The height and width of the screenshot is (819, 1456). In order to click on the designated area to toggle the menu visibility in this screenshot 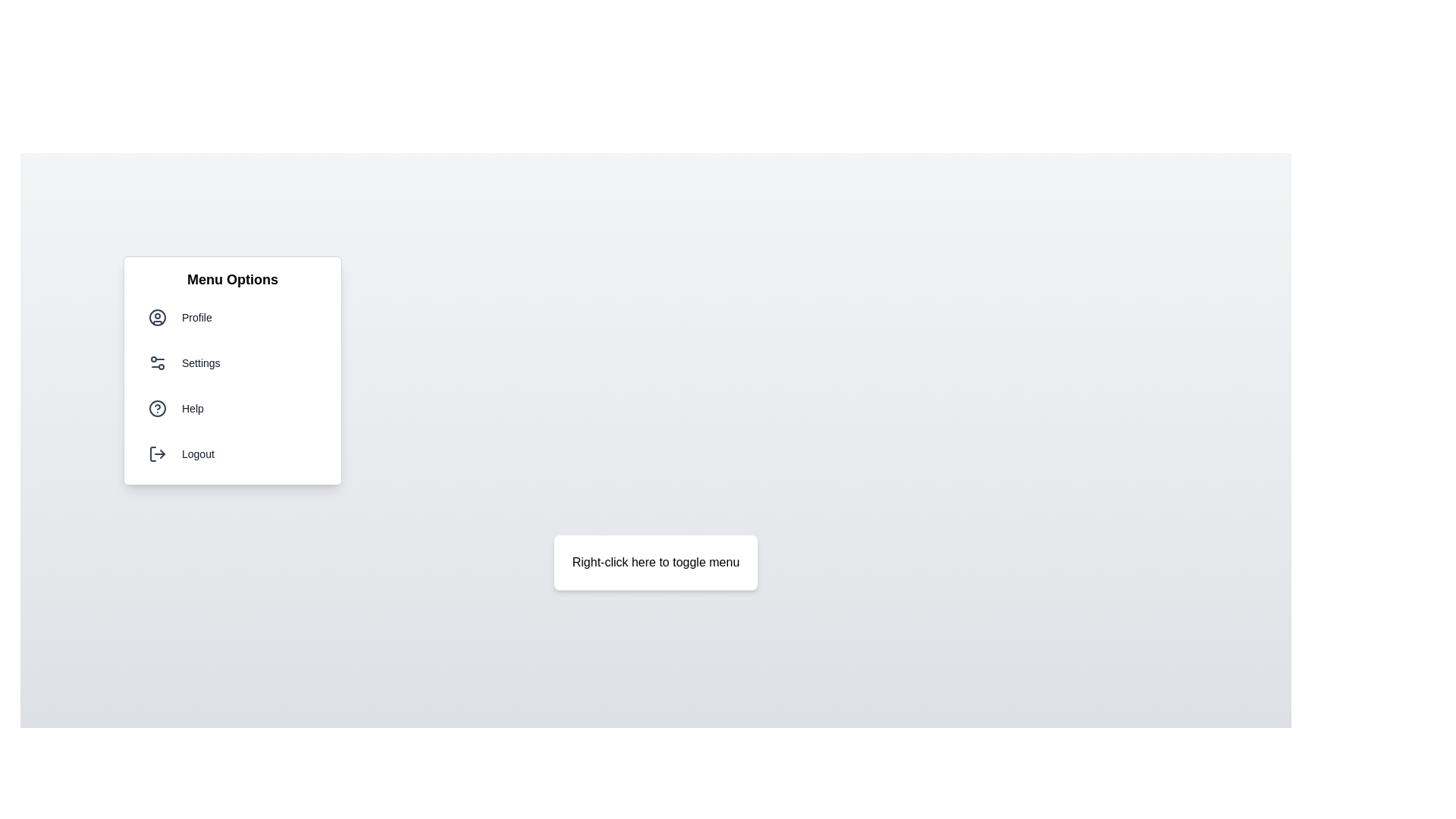, I will do `click(655, 562)`.